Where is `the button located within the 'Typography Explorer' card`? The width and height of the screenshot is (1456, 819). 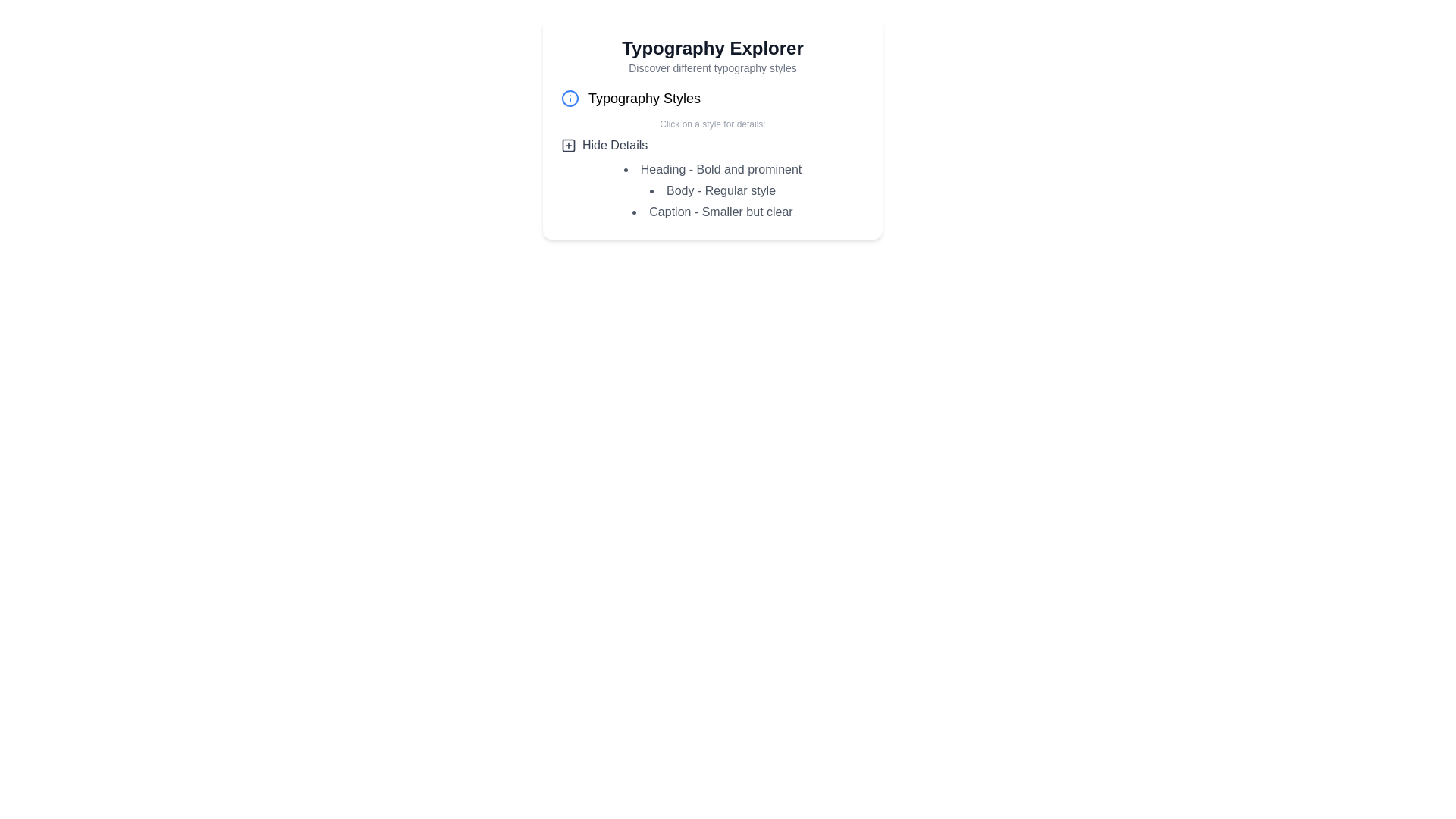
the button located within the 'Typography Explorer' card is located at coordinates (603, 146).